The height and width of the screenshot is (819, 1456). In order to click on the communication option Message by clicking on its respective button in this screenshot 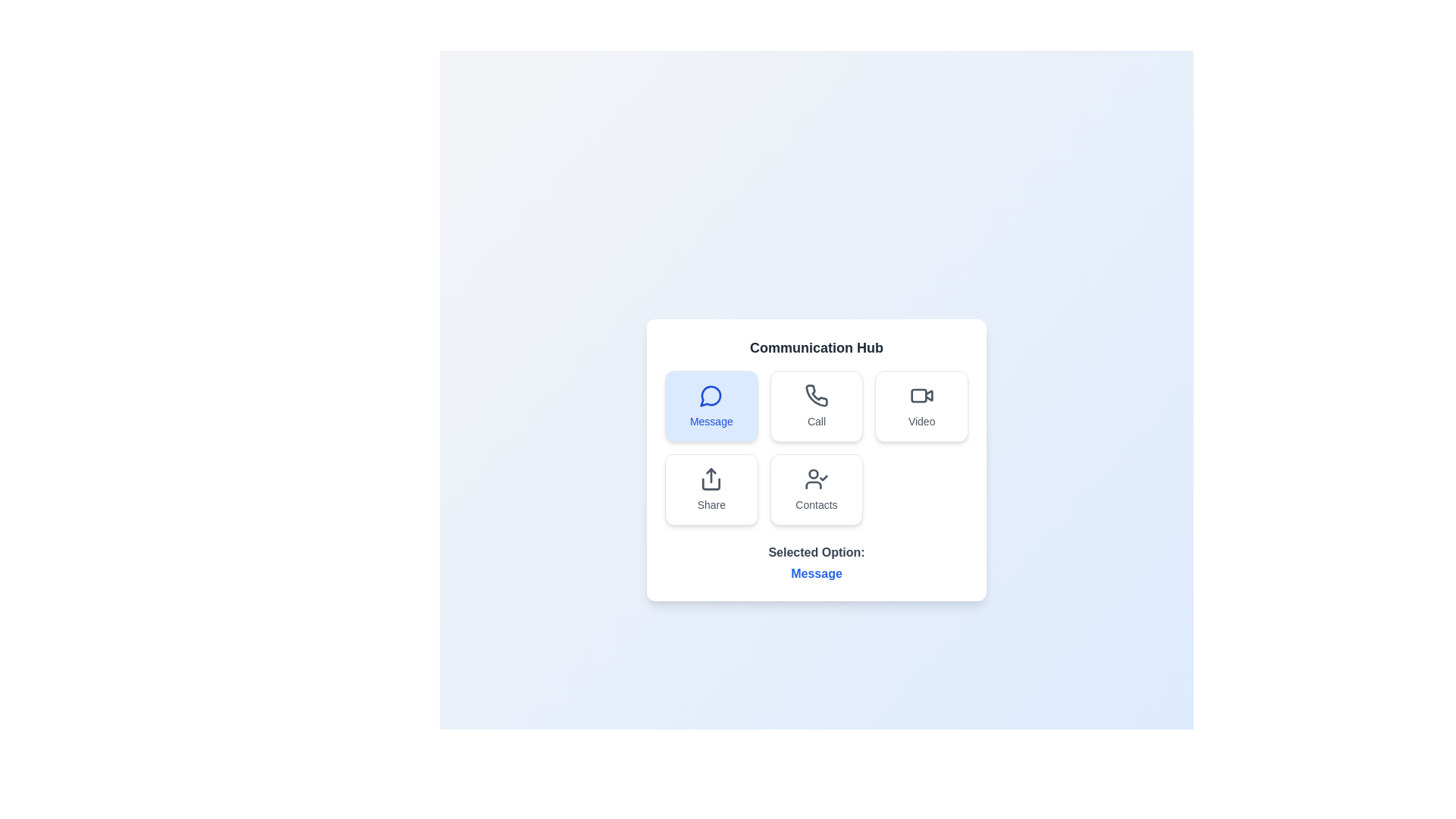, I will do `click(710, 406)`.